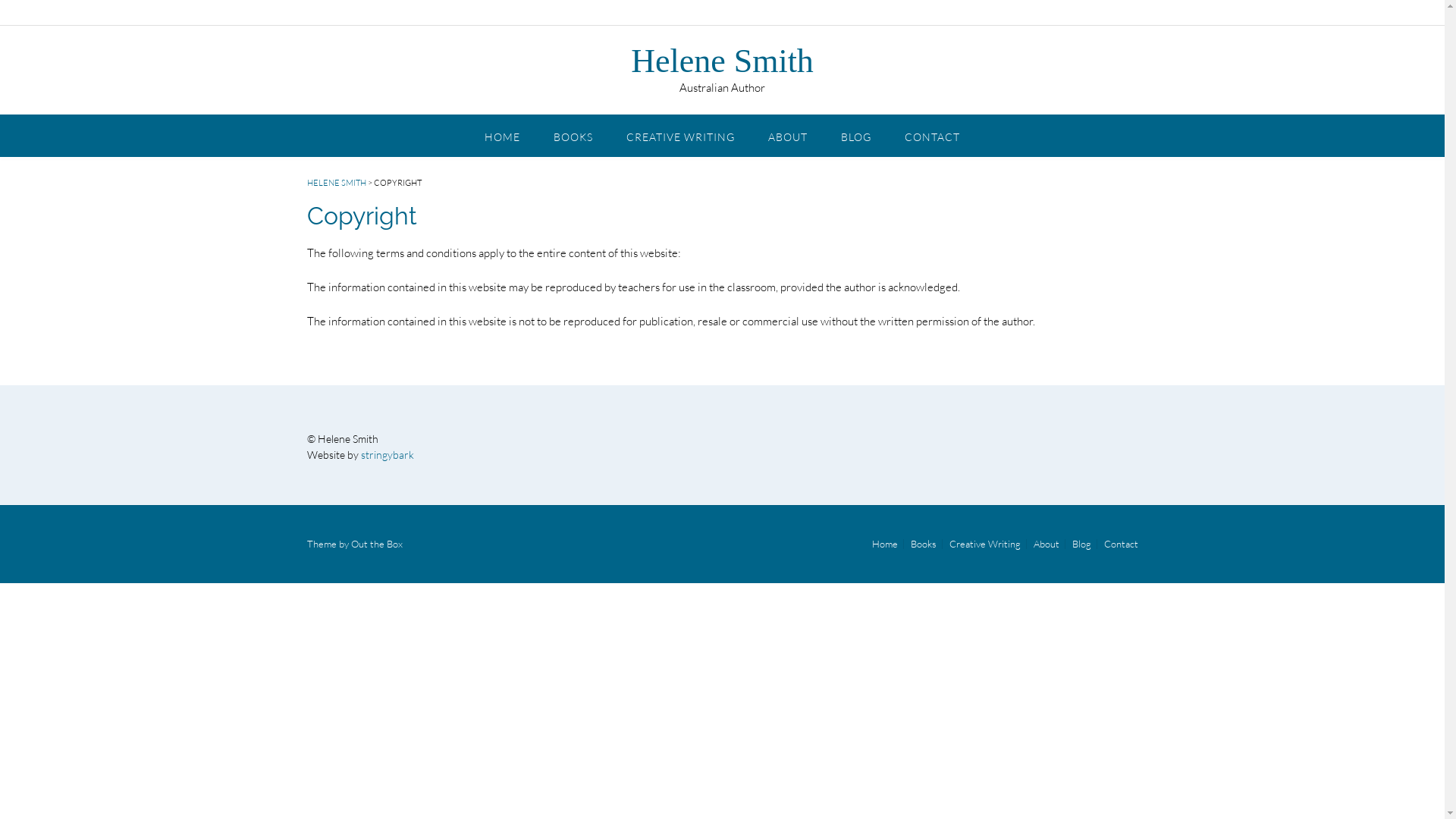  What do you see at coordinates (1080, 543) in the screenshot?
I see `'Blog'` at bounding box center [1080, 543].